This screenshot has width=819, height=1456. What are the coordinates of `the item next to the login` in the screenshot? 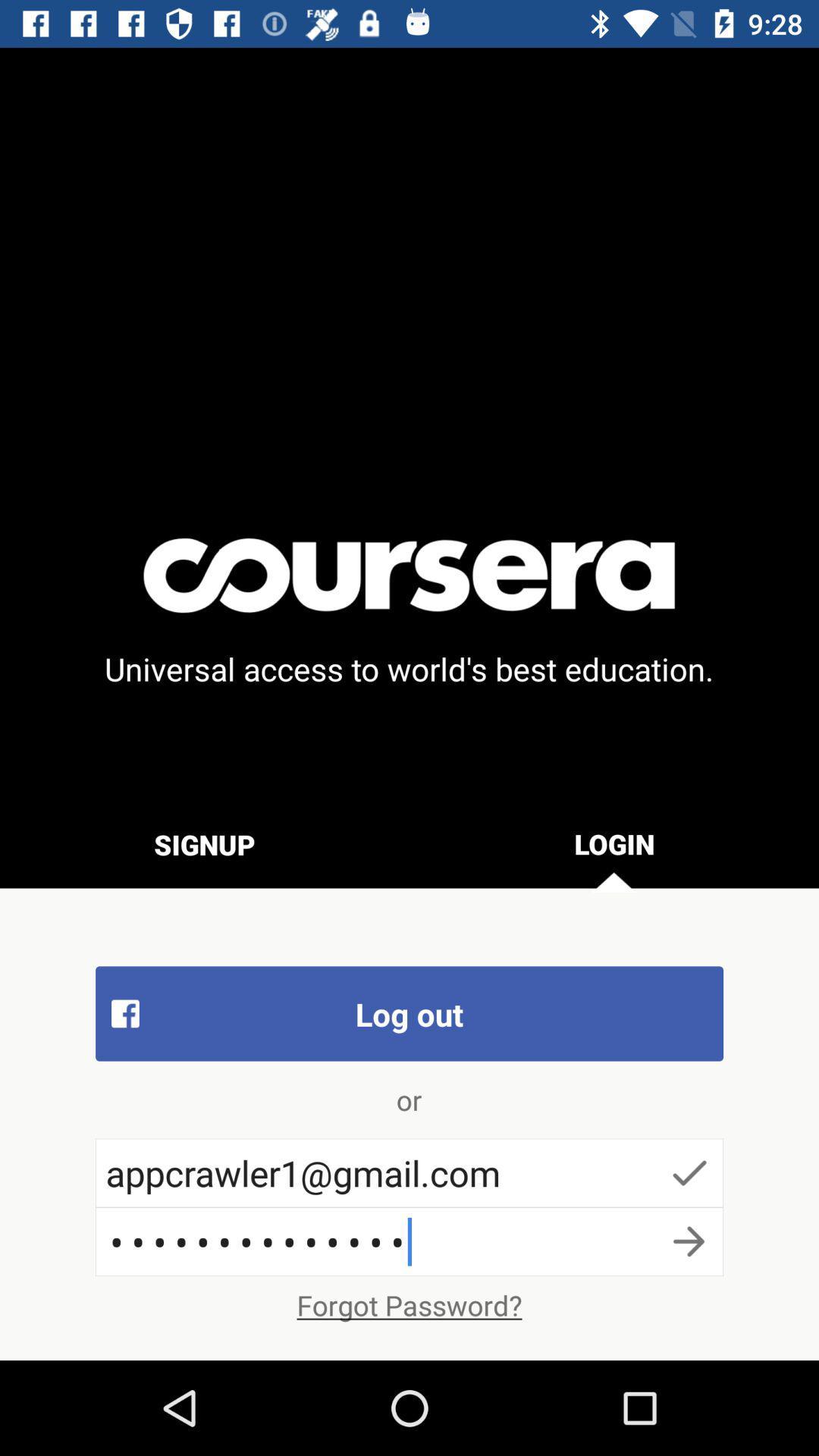 It's located at (205, 843).